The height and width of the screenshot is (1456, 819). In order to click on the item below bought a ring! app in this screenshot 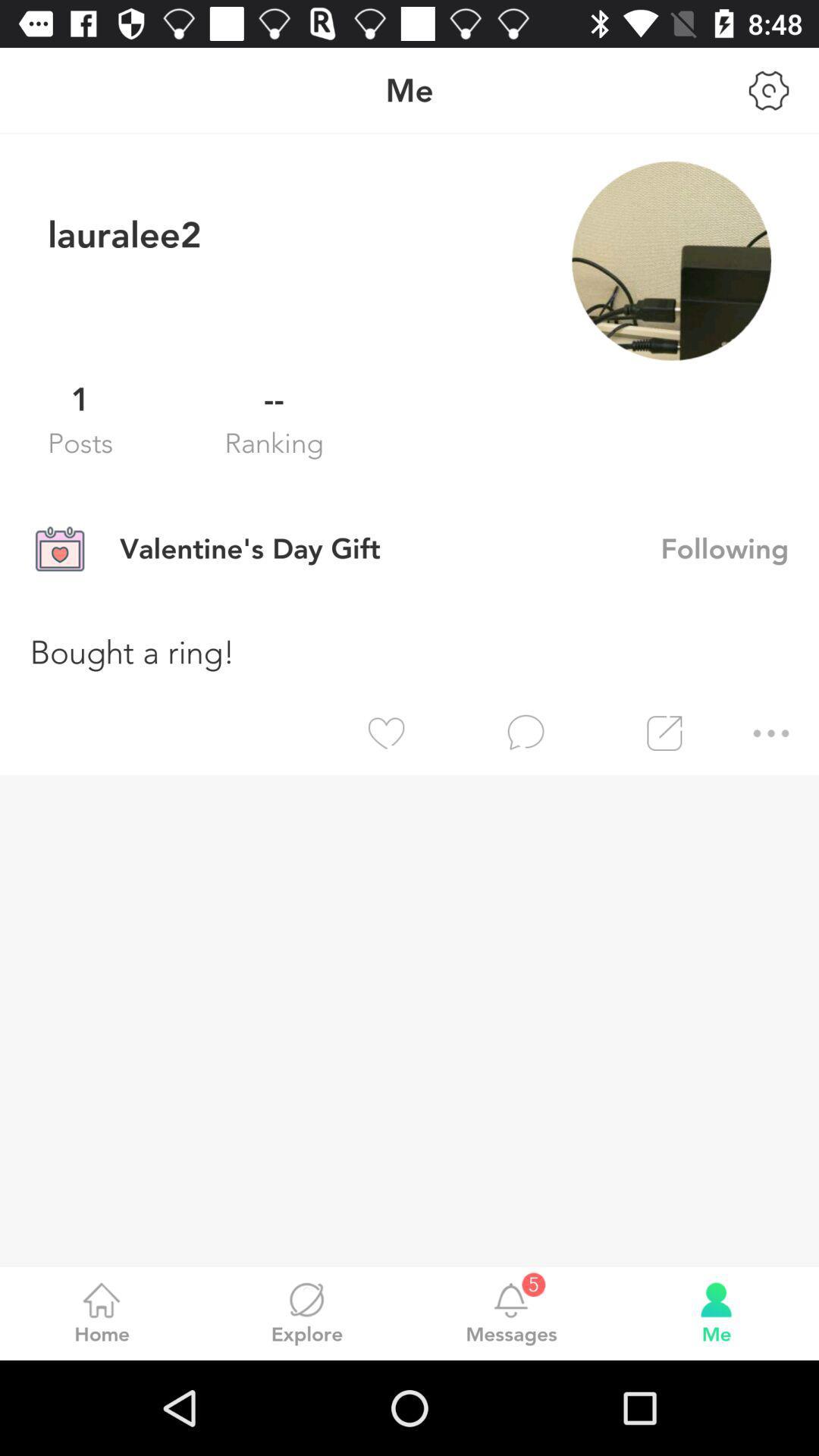, I will do `click(577, 733)`.